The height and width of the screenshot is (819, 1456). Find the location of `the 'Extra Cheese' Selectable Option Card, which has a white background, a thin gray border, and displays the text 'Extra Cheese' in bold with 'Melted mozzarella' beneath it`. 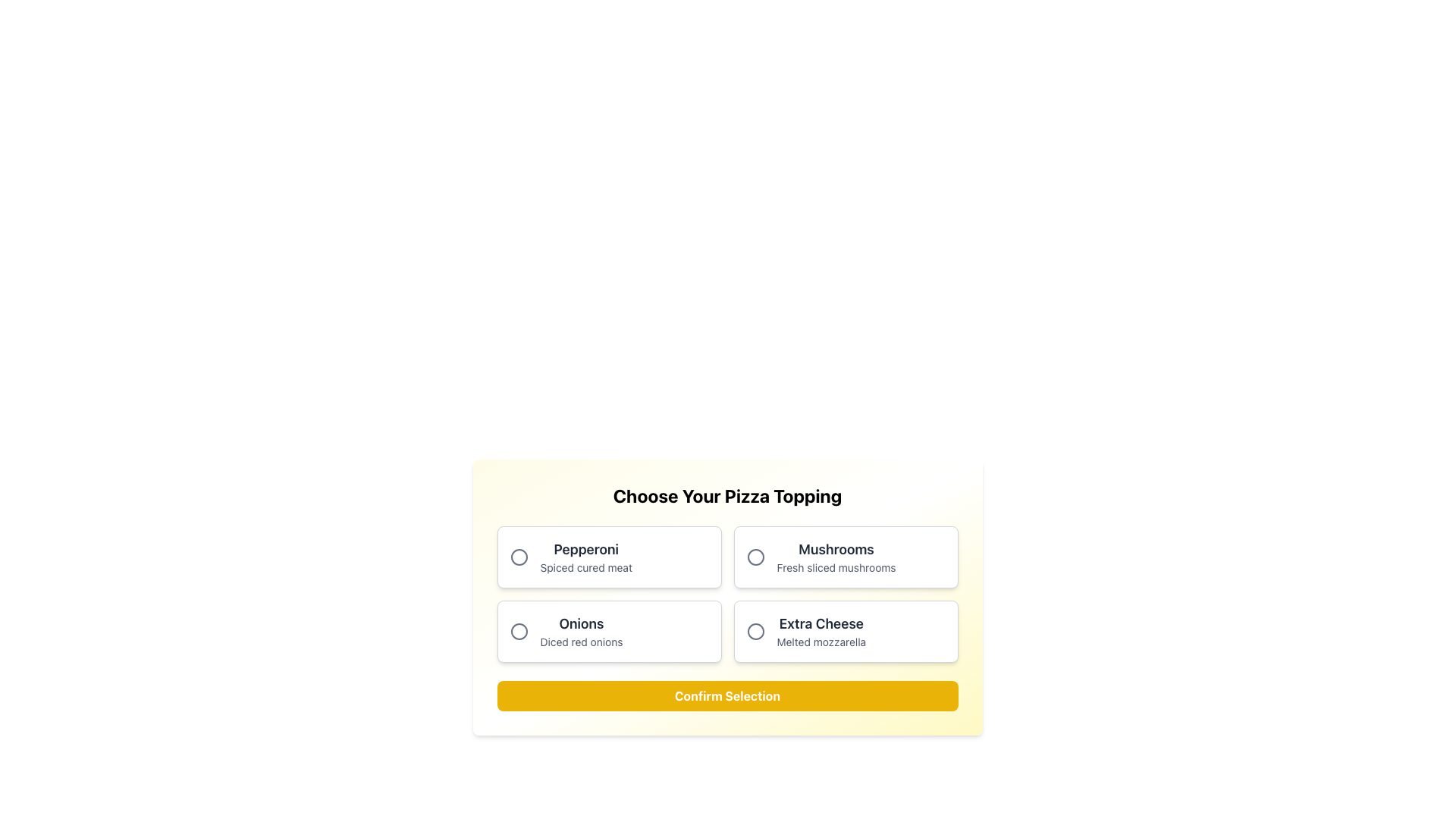

the 'Extra Cheese' Selectable Option Card, which has a white background, a thin gray border, and displays the text 'Extra Cheese' in bold with 'Melted mozzarella' beneath it is located at coordinates (845, 632).